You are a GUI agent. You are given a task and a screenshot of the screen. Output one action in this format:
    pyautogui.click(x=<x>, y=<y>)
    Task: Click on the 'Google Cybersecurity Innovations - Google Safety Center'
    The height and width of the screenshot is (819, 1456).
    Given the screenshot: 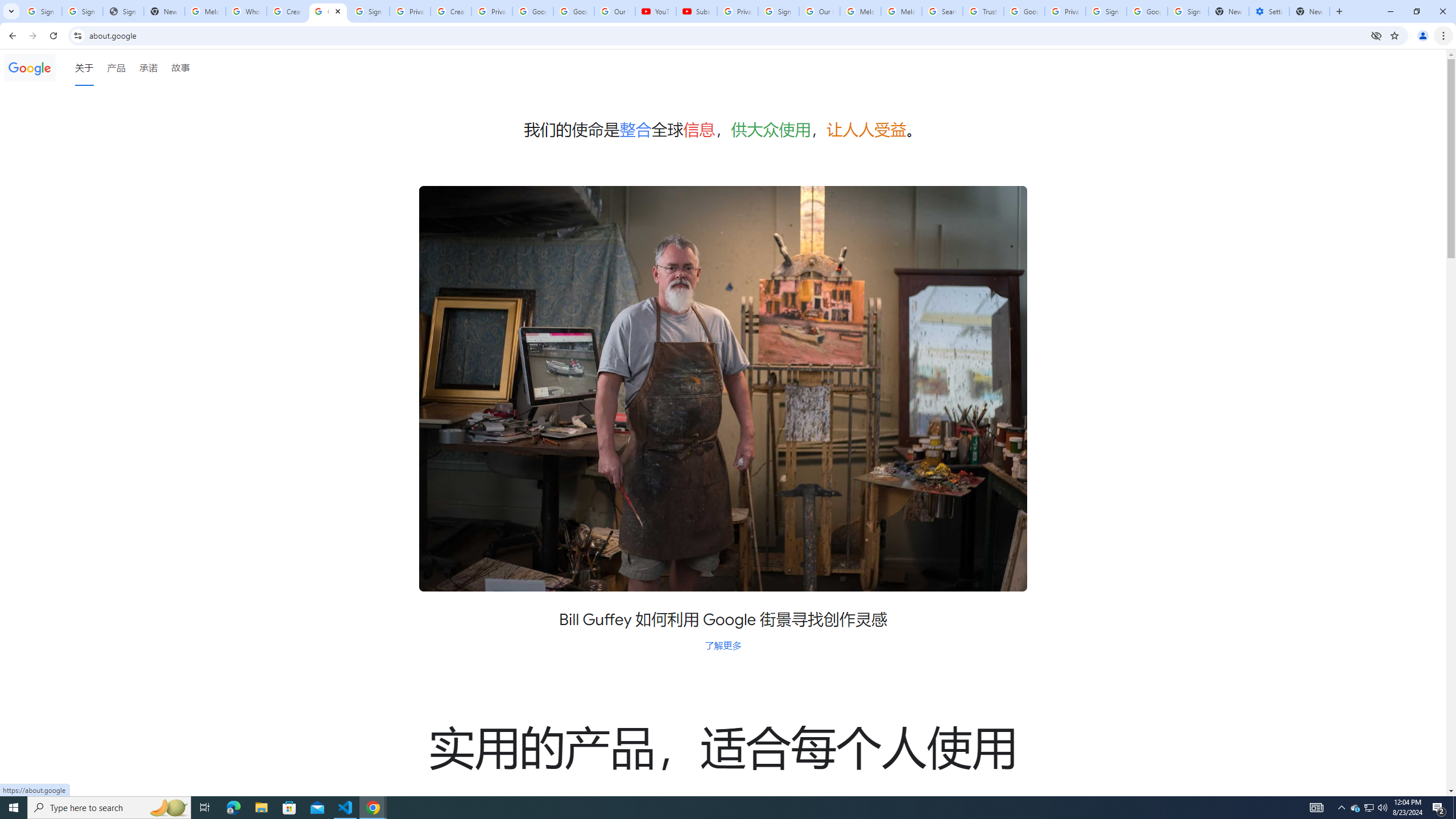 What is the action you would take?
    pyautogui.click(x=1146, y=11)
    